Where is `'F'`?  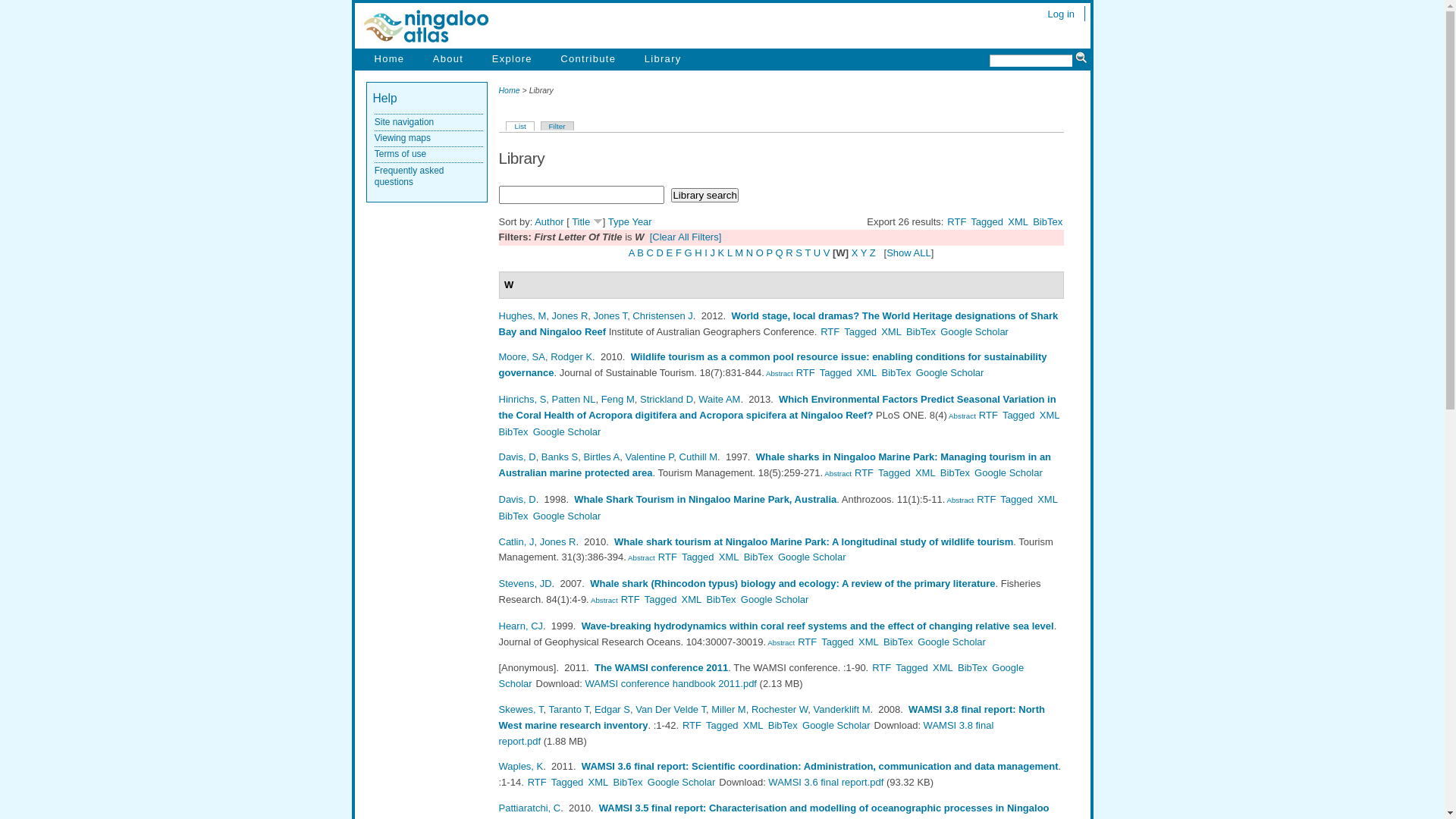
'F' is located at coordinates (675, 252).